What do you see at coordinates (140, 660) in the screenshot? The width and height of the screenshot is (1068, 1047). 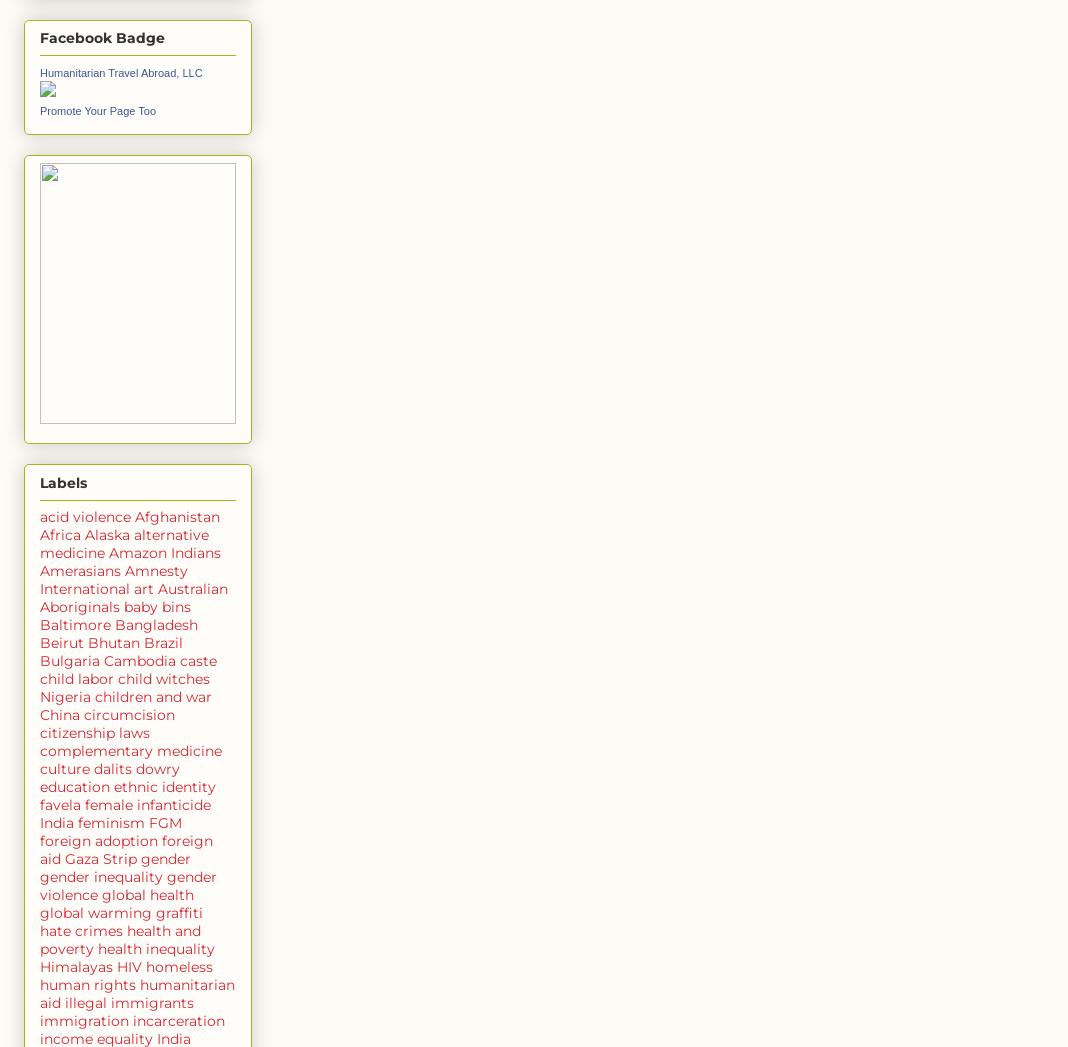 I see `'Cambodia'` at bounding box center [140, 660].